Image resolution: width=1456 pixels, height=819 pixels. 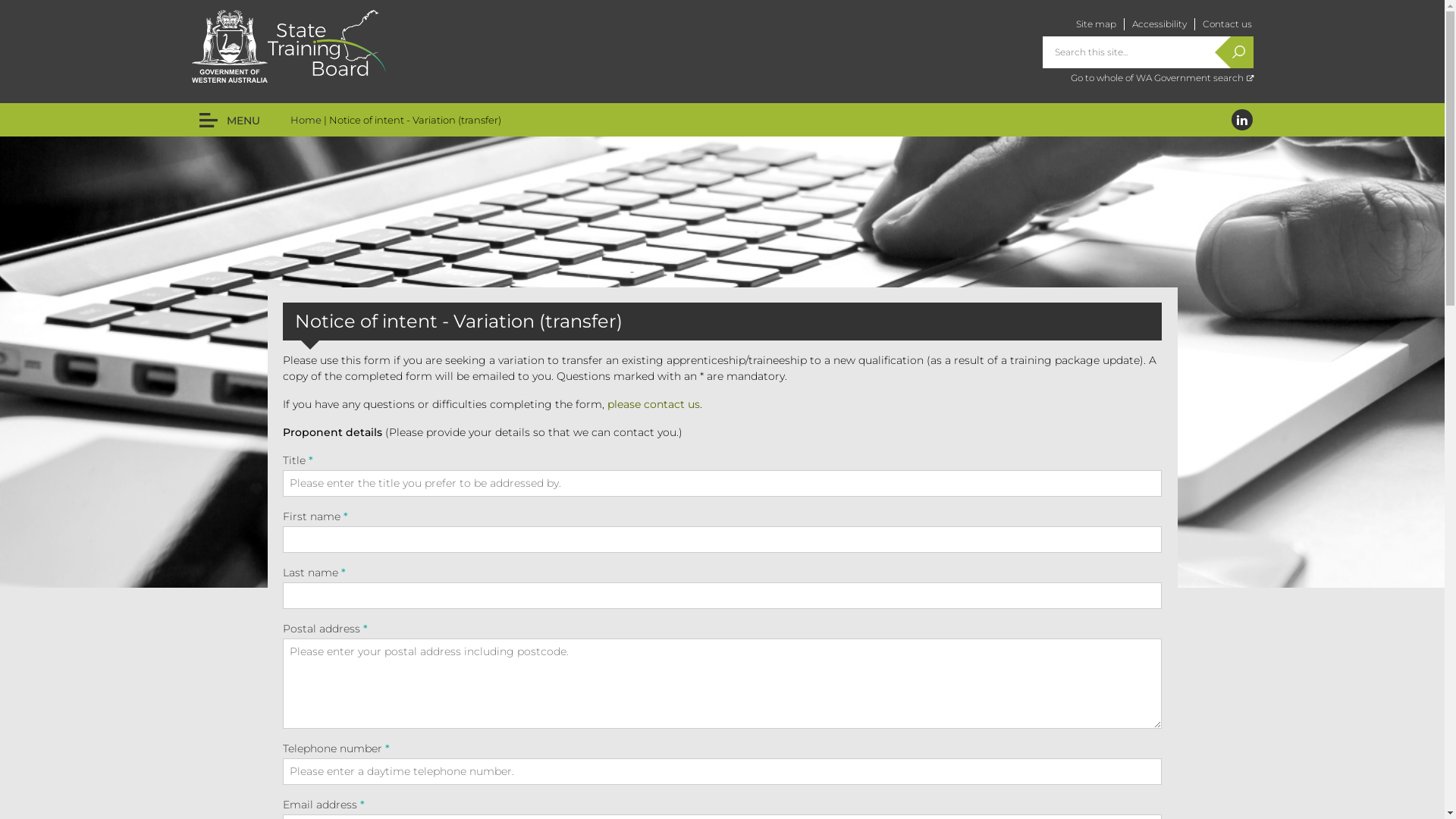 What do you see at coordinates (1230, 52) in the screenshot?
I see `'Search'` at bounding box center [1230, 52].